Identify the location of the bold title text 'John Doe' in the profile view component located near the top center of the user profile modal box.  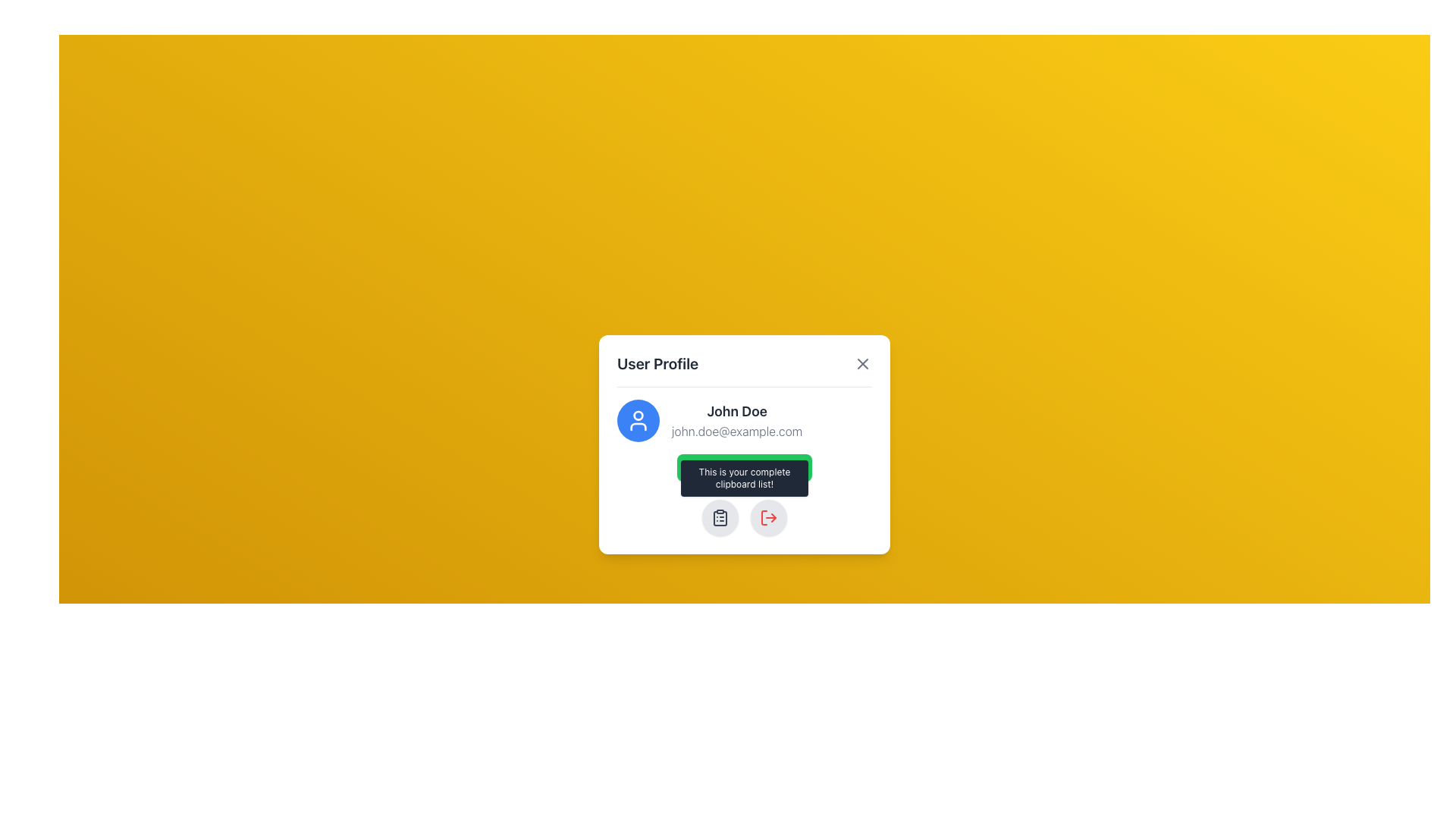
(745, 420).